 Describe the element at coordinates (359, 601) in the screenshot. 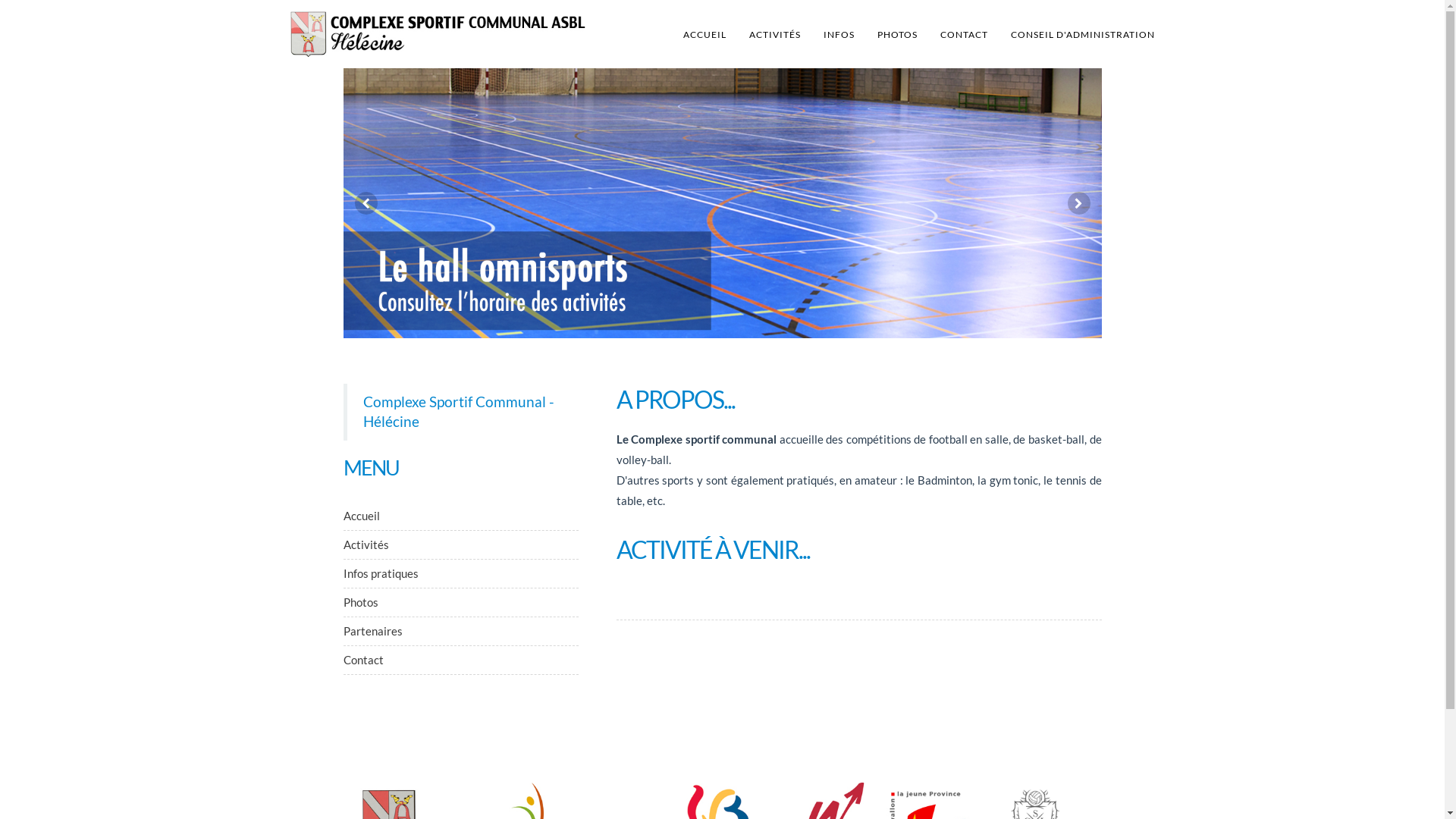

I see `'Photos'` at that location.